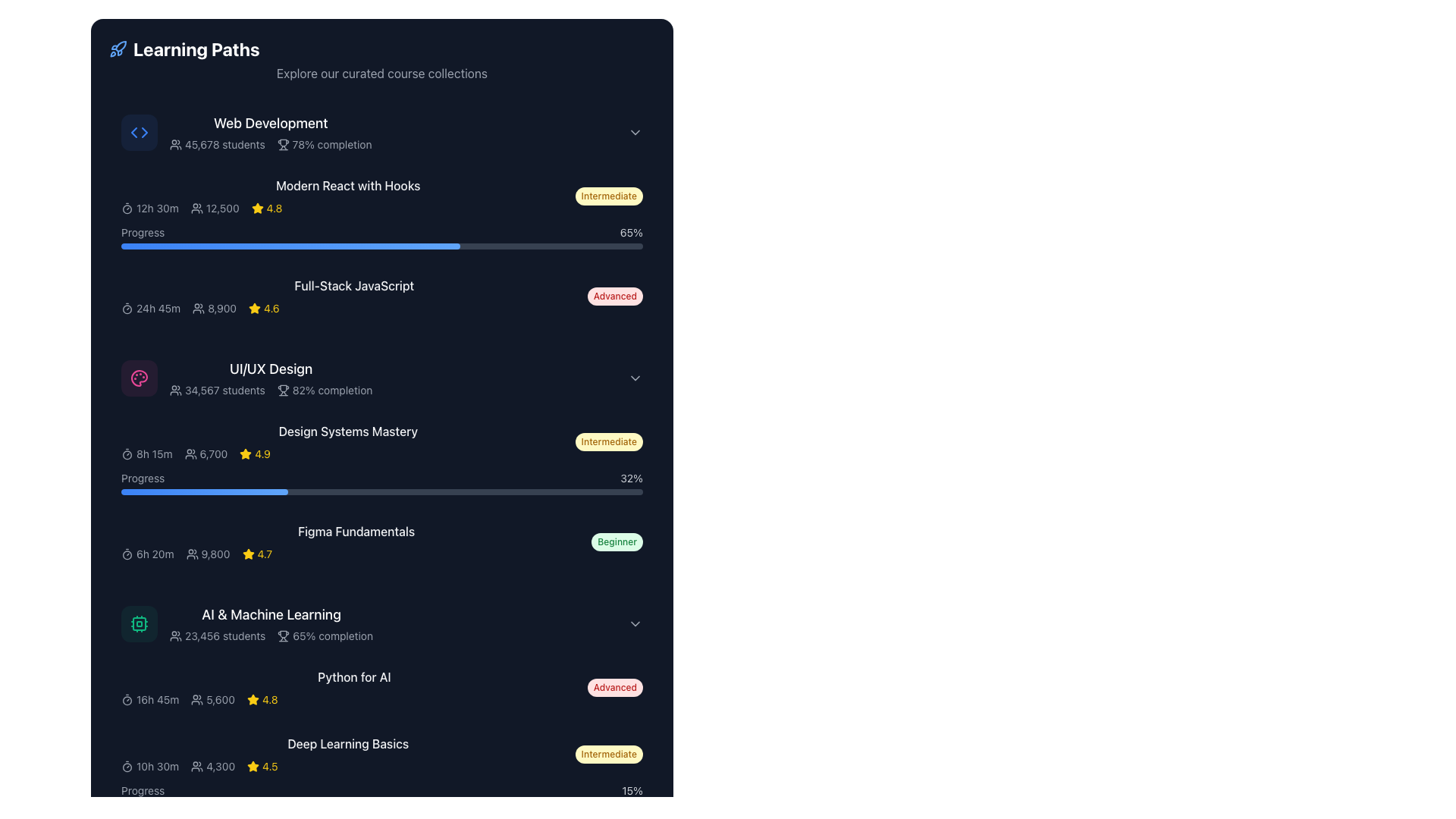 This screenshot has height=819, width=1456. Describe the element at coordinates (271, 145) in the screenshot. I see `the informational label displaying '45,678 students • 78% completion' located beneath the 'Web Development' title` at that location.